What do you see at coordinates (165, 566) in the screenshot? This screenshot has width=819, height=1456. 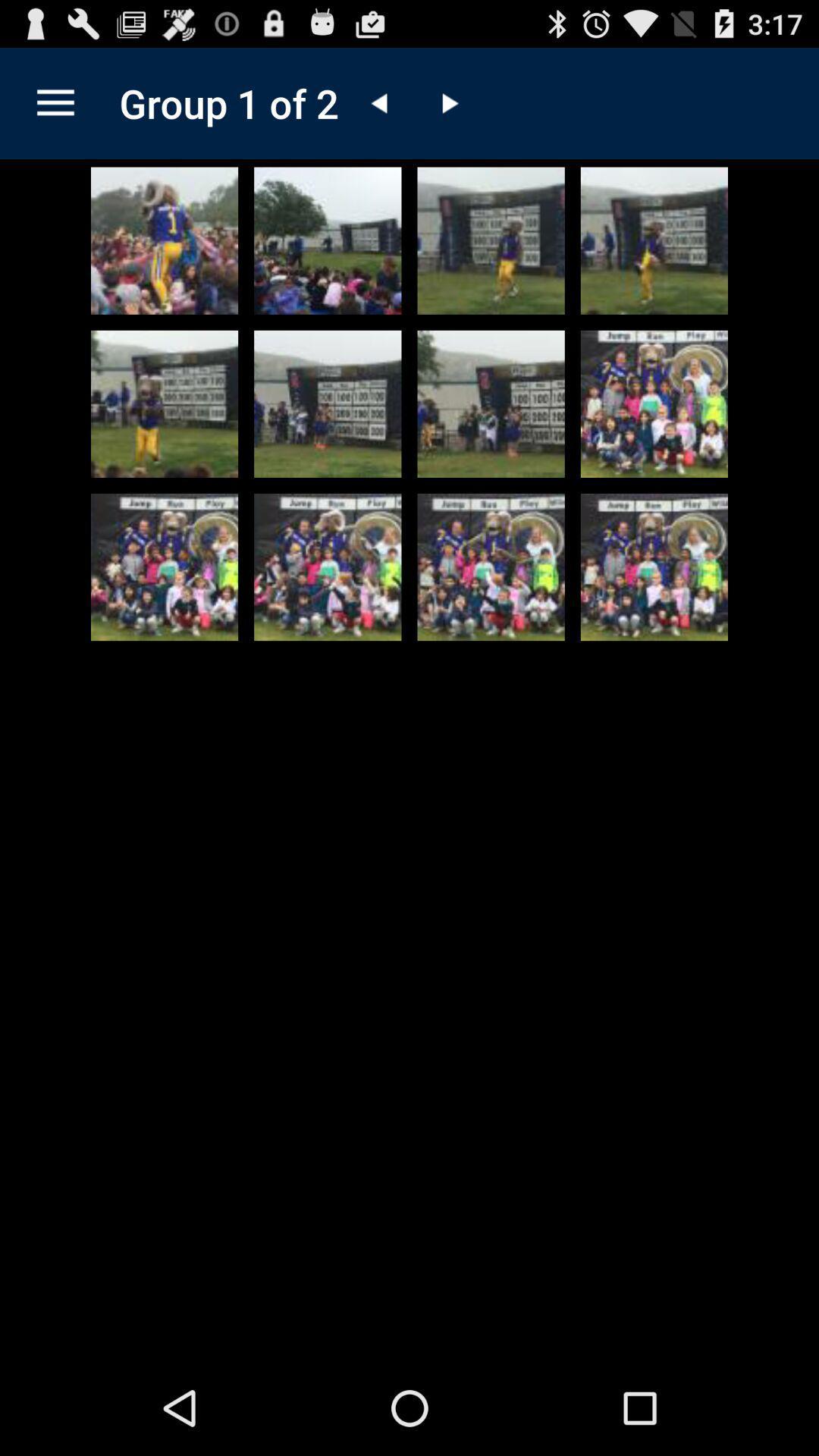 I see `picture option` at bounding box center [165, 566].